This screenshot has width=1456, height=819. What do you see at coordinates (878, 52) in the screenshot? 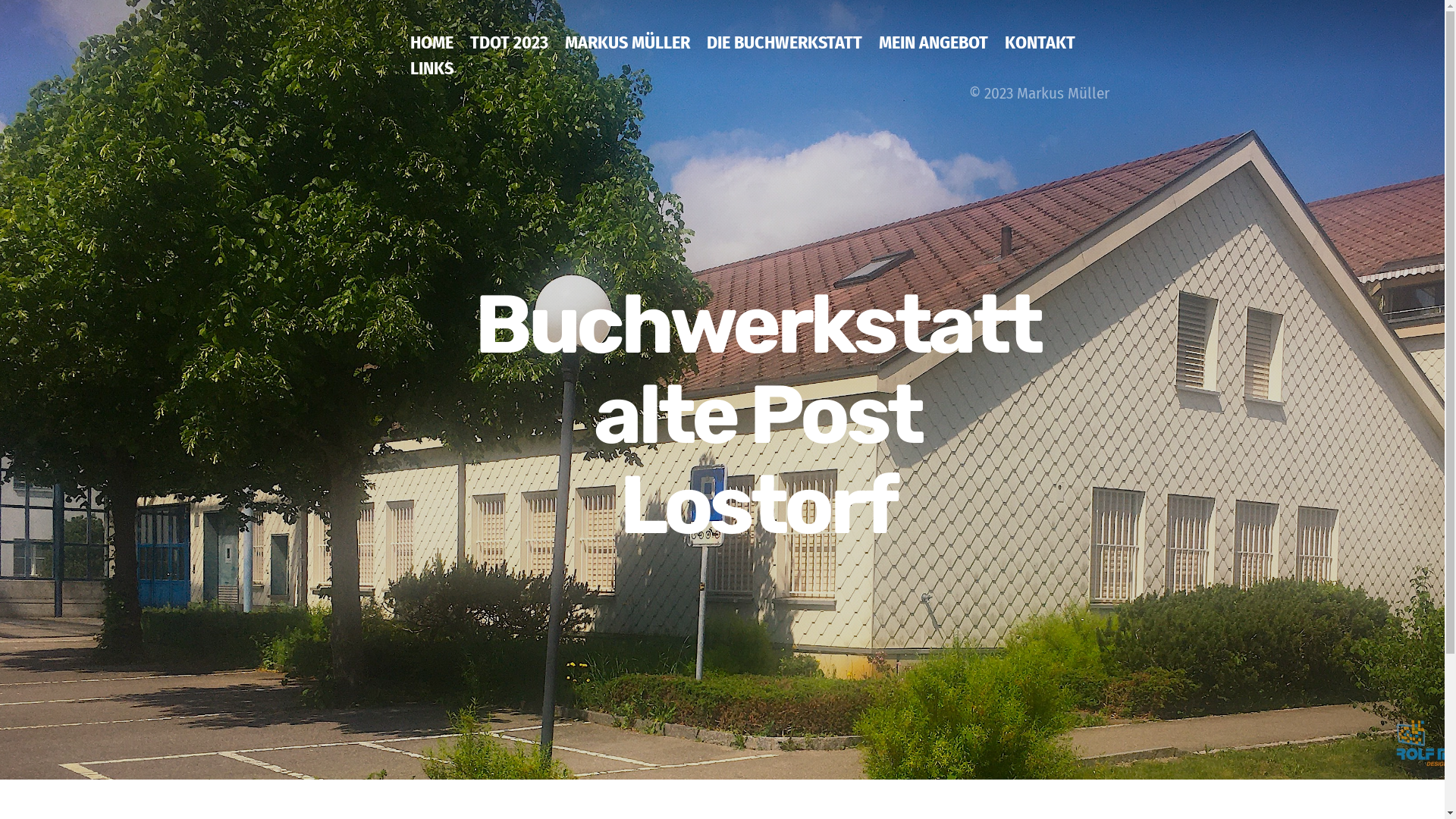
I see `'MEIN ANGEBOT'` at bounding box center [878, 52].